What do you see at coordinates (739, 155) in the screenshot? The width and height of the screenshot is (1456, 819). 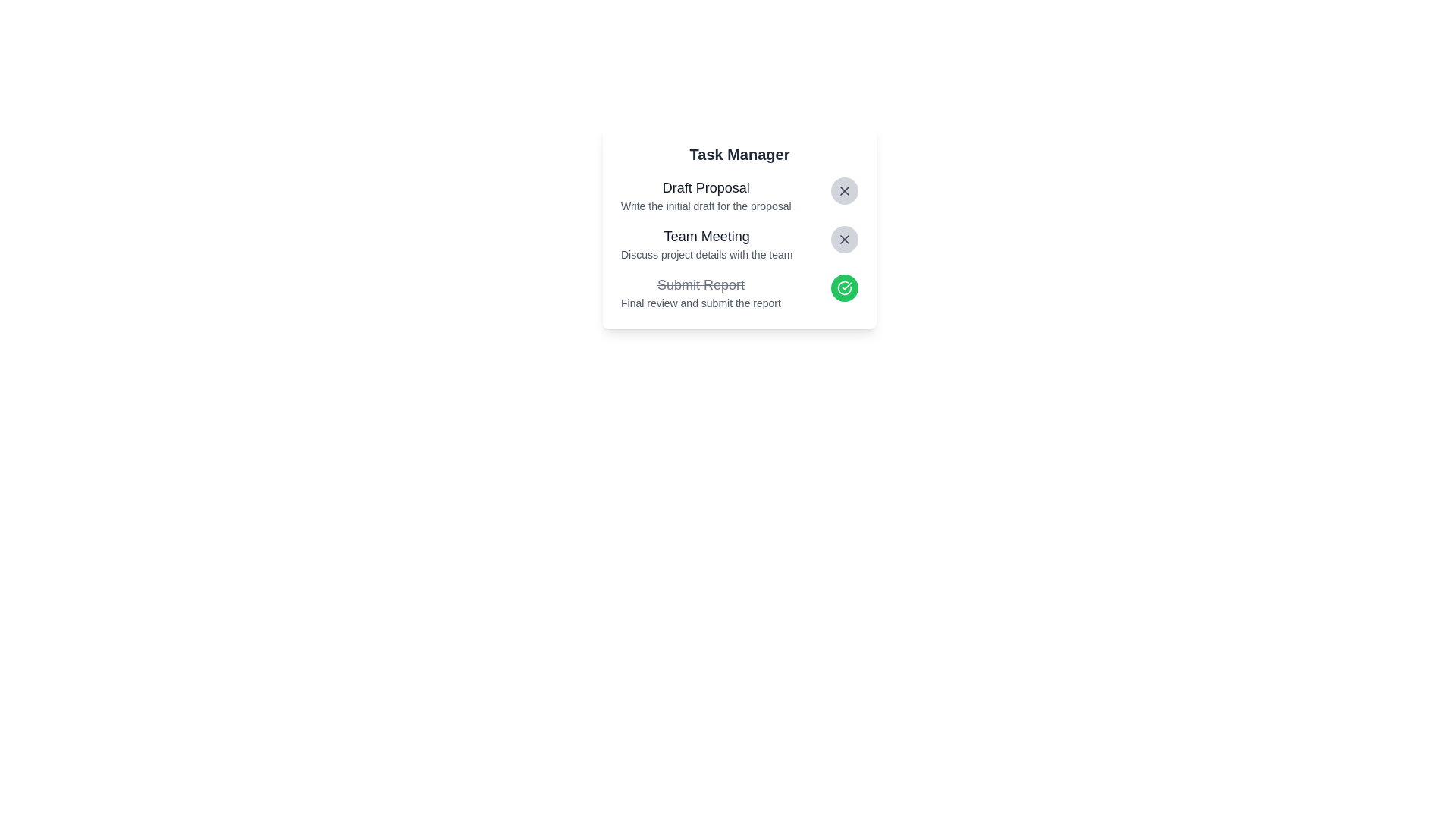 I see `the bold 'Task Manager' header text that is displayed prominently in a large font size within a white rounded box` at bounding box center [739, 155].